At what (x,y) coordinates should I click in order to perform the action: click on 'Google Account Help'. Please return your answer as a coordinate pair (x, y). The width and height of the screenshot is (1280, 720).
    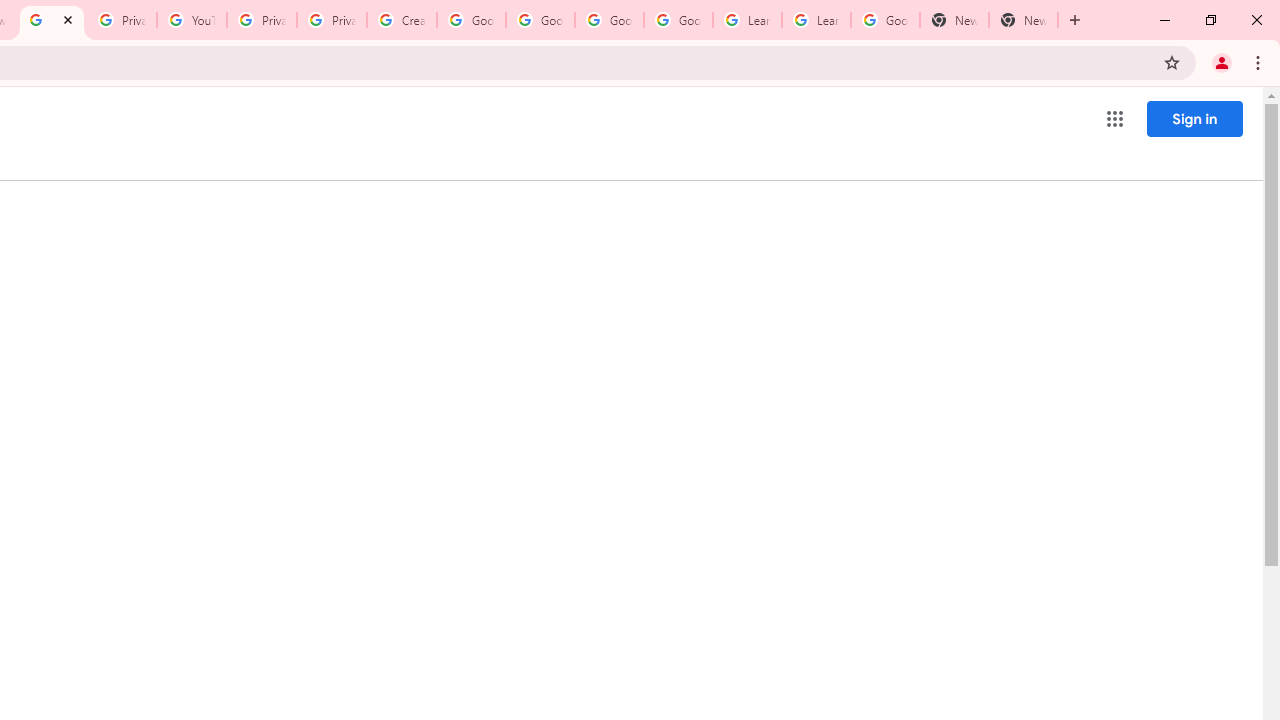
    Looking at the image, I should click on (470, 20).